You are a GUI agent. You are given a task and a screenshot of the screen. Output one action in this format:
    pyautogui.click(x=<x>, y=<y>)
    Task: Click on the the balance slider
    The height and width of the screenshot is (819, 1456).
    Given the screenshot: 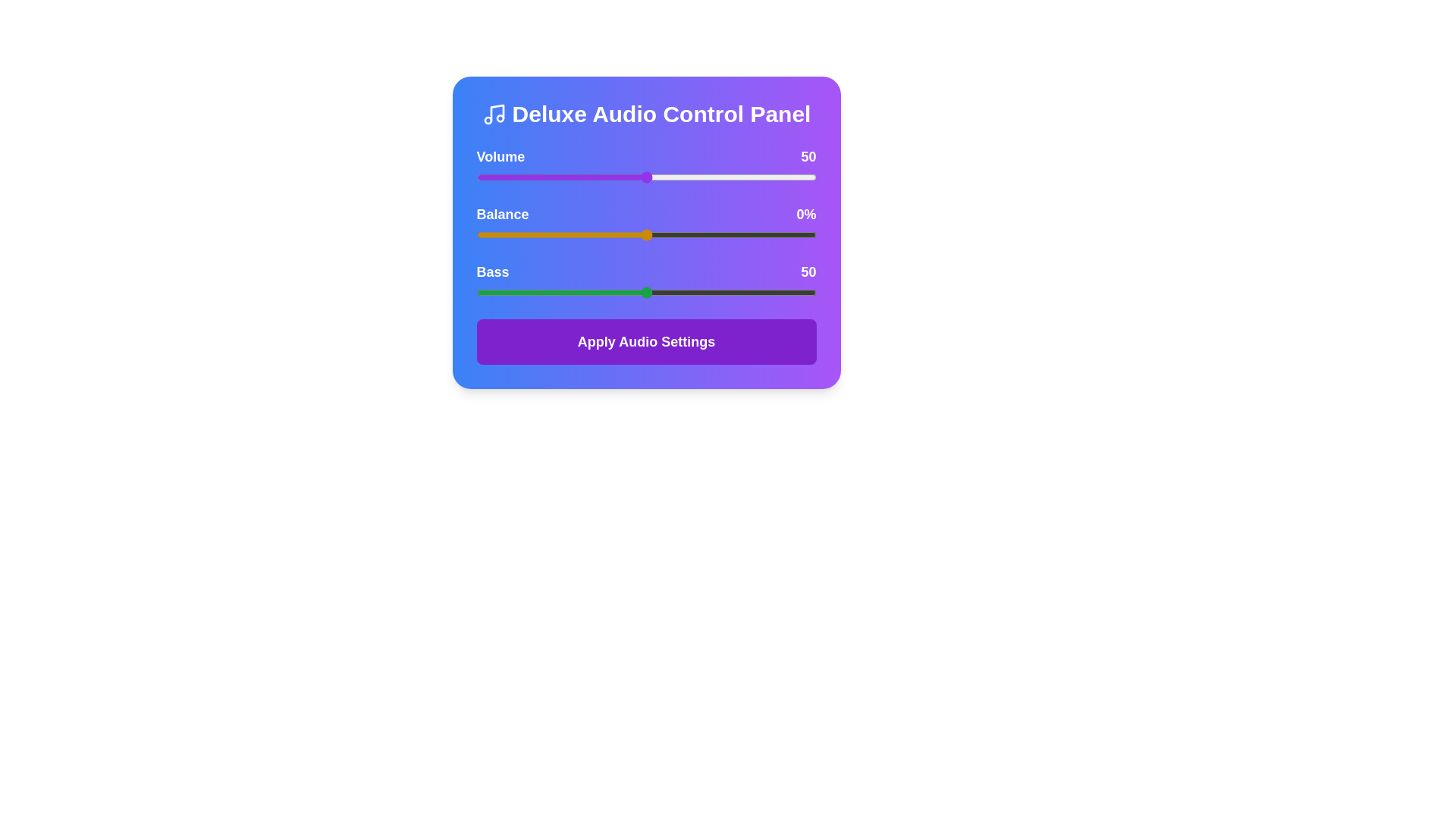 What is the action you would take?
    pyautogui.click(x=541, y=234)
    